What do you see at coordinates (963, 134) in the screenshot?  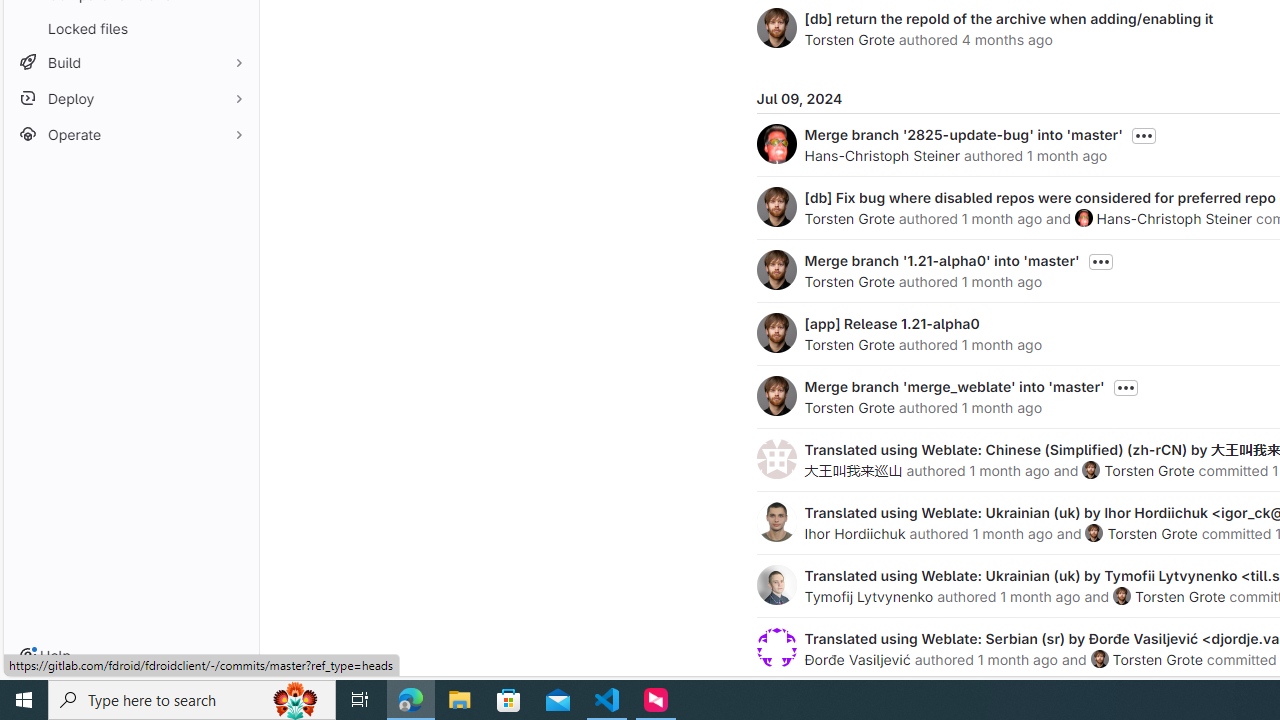 I see `'Merge branch '` at bounding box center [963, 134].